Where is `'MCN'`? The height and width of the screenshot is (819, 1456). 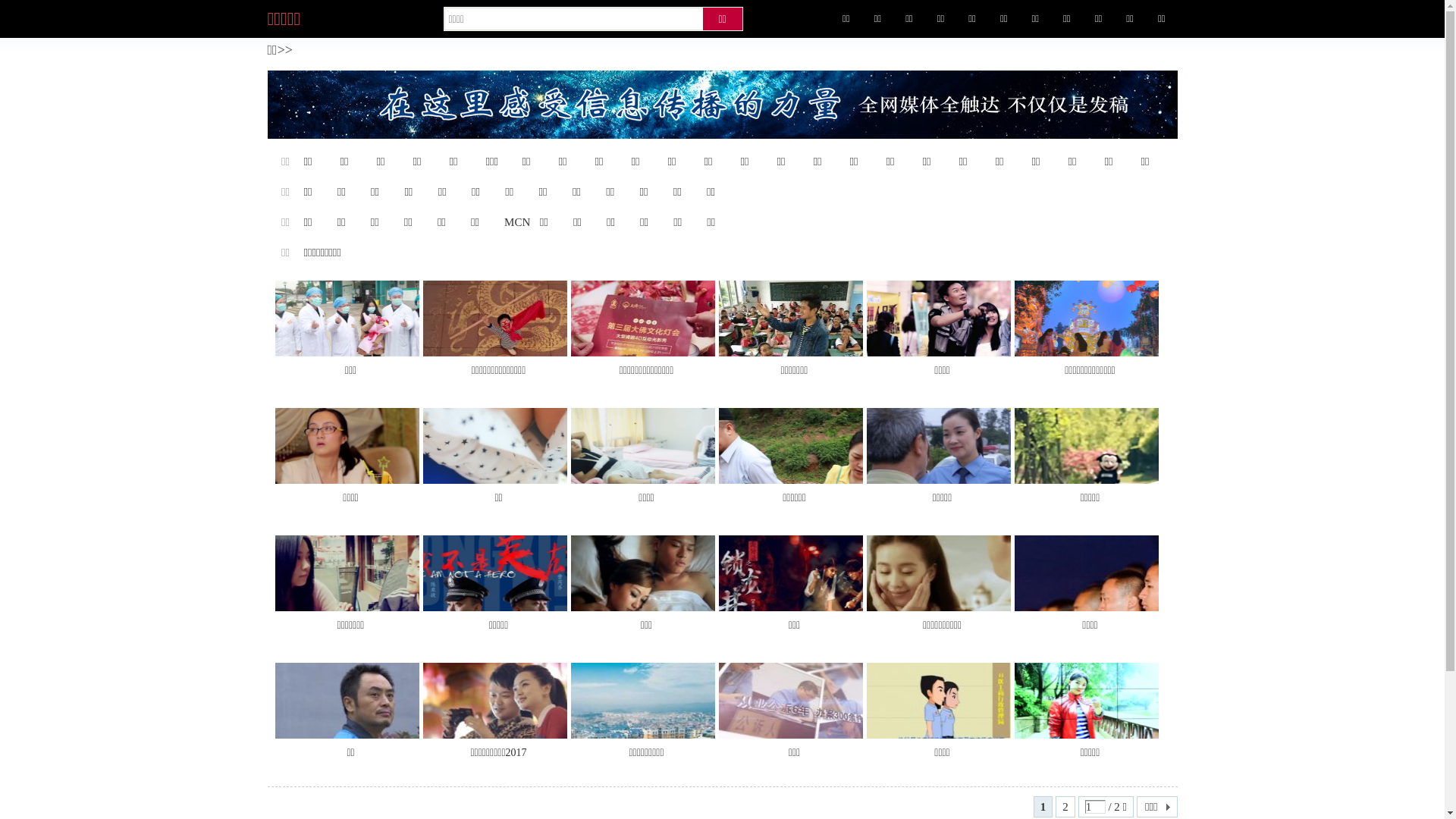
'MCN' is located at coordinates (516, 222).